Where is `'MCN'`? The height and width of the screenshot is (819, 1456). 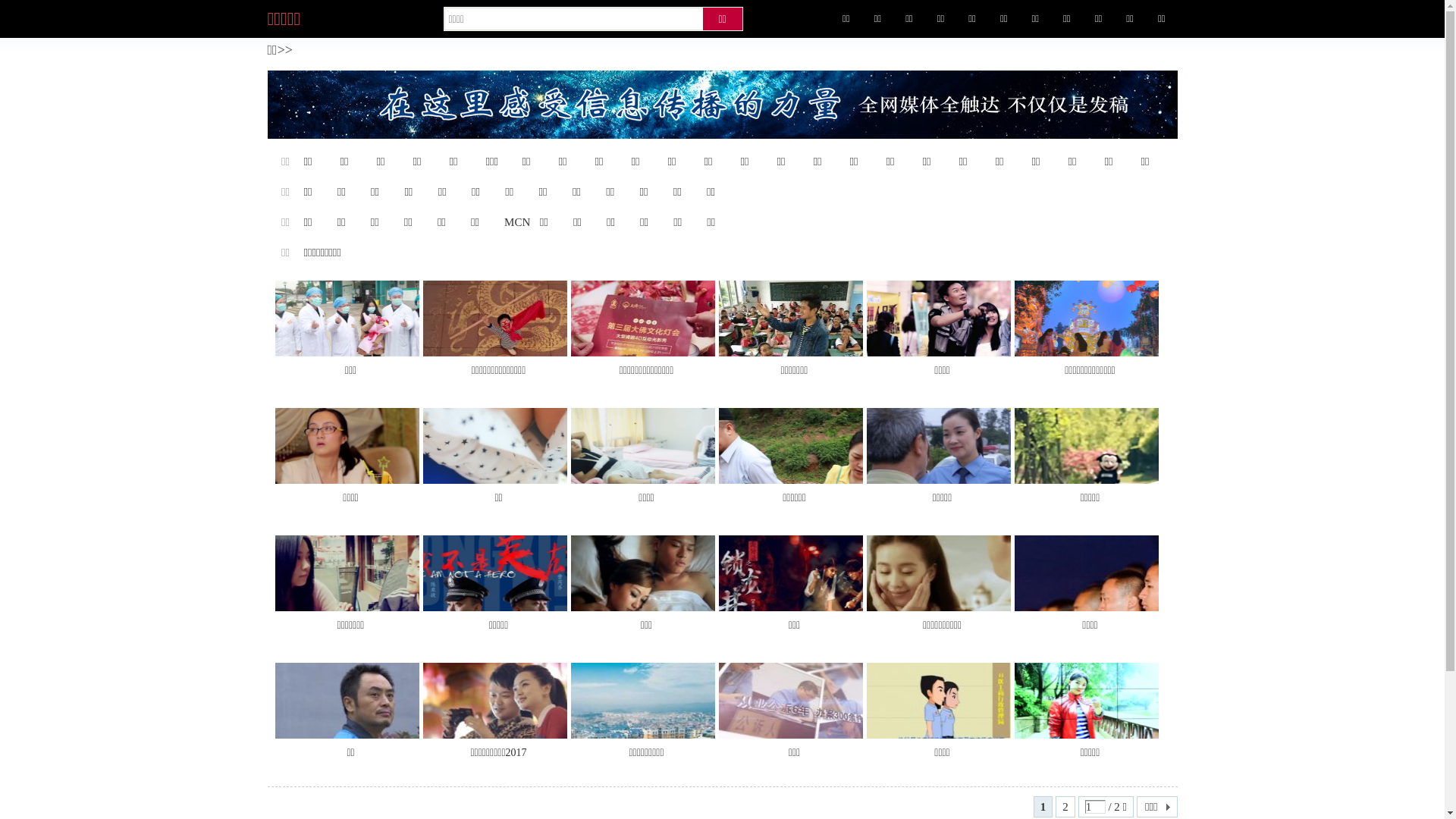
'MCN' is located at coordinates (516, 222).